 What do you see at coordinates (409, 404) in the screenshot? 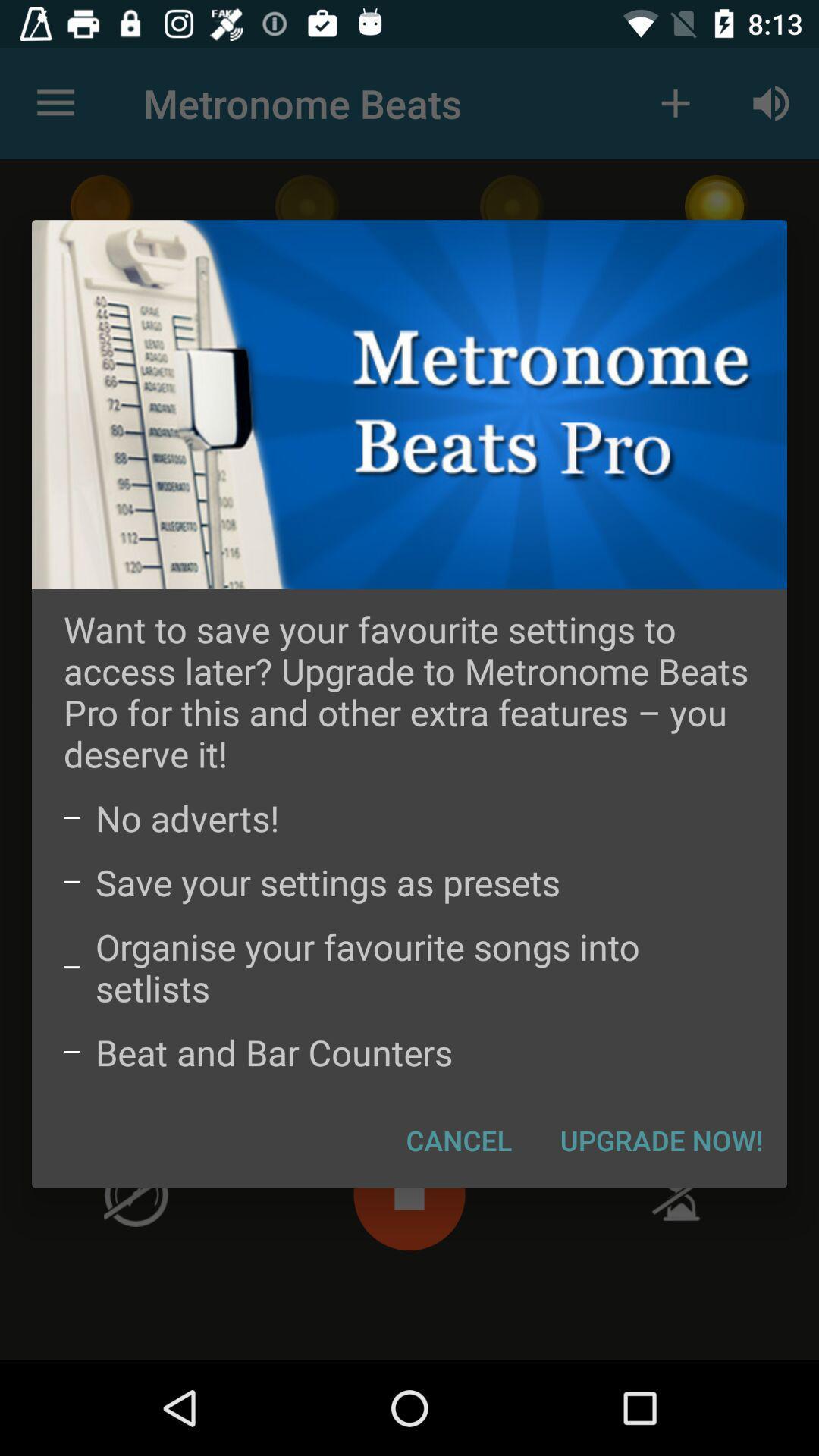
I see `item at the top` at bounding box center [409, 404].